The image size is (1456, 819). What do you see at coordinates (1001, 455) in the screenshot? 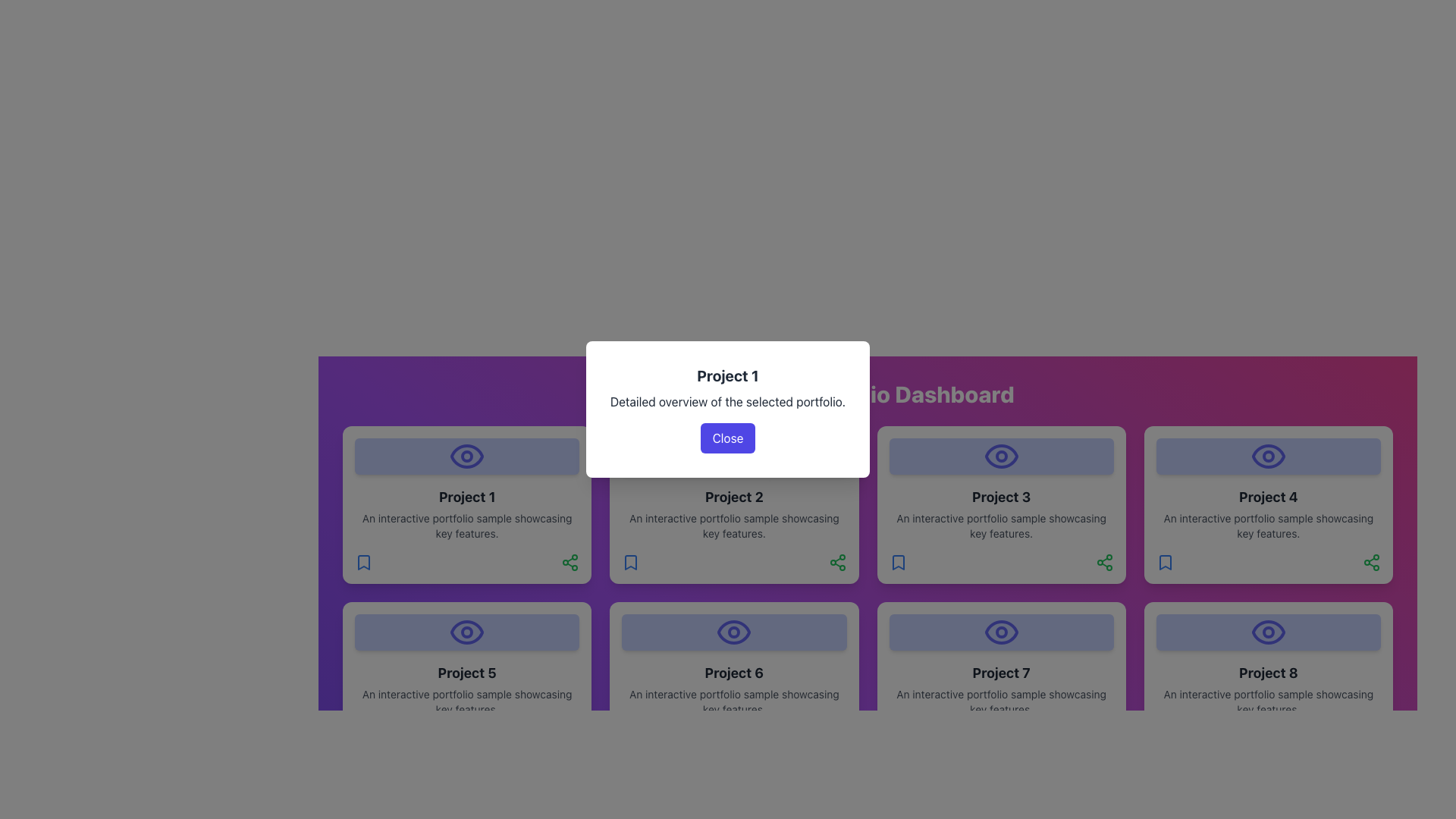
I see `the small circle within the eye icon at the top of the 'Project 3' card in the second row of the grid` at bounding box center [1001, 455].